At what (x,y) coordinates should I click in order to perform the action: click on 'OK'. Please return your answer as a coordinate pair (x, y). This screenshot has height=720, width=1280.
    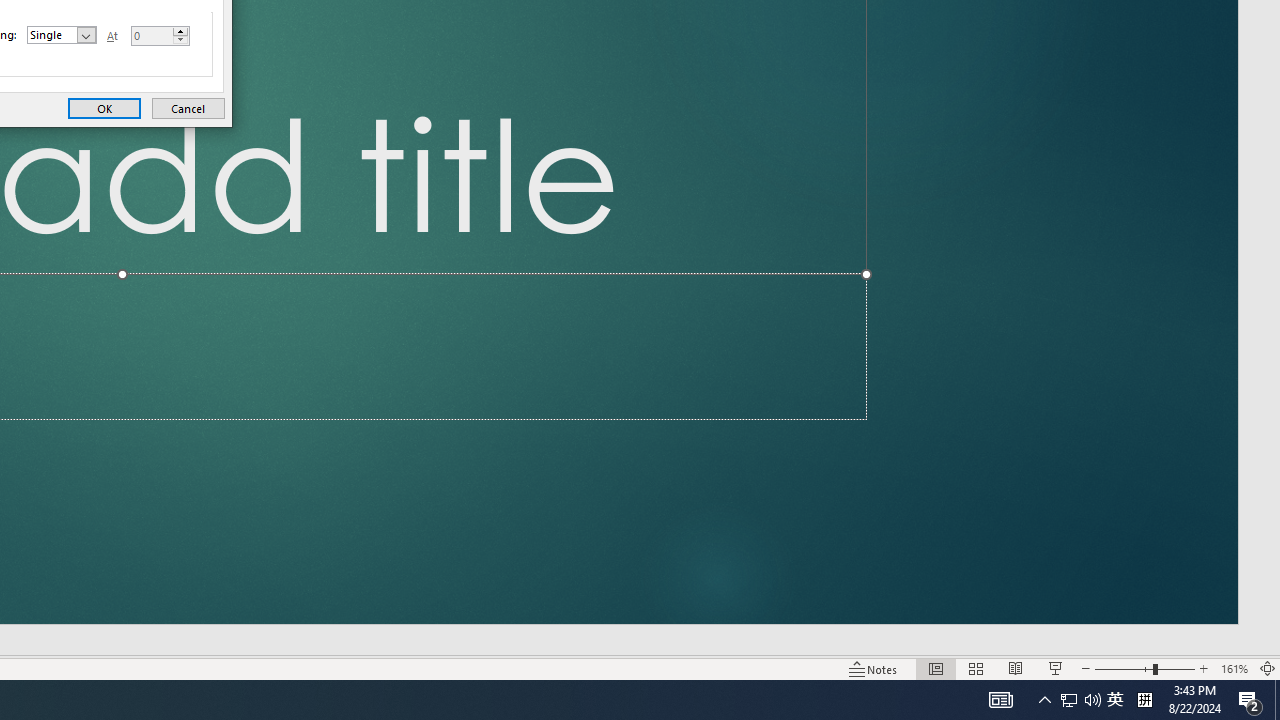
    Looking at the image, I should click on (103, 108).